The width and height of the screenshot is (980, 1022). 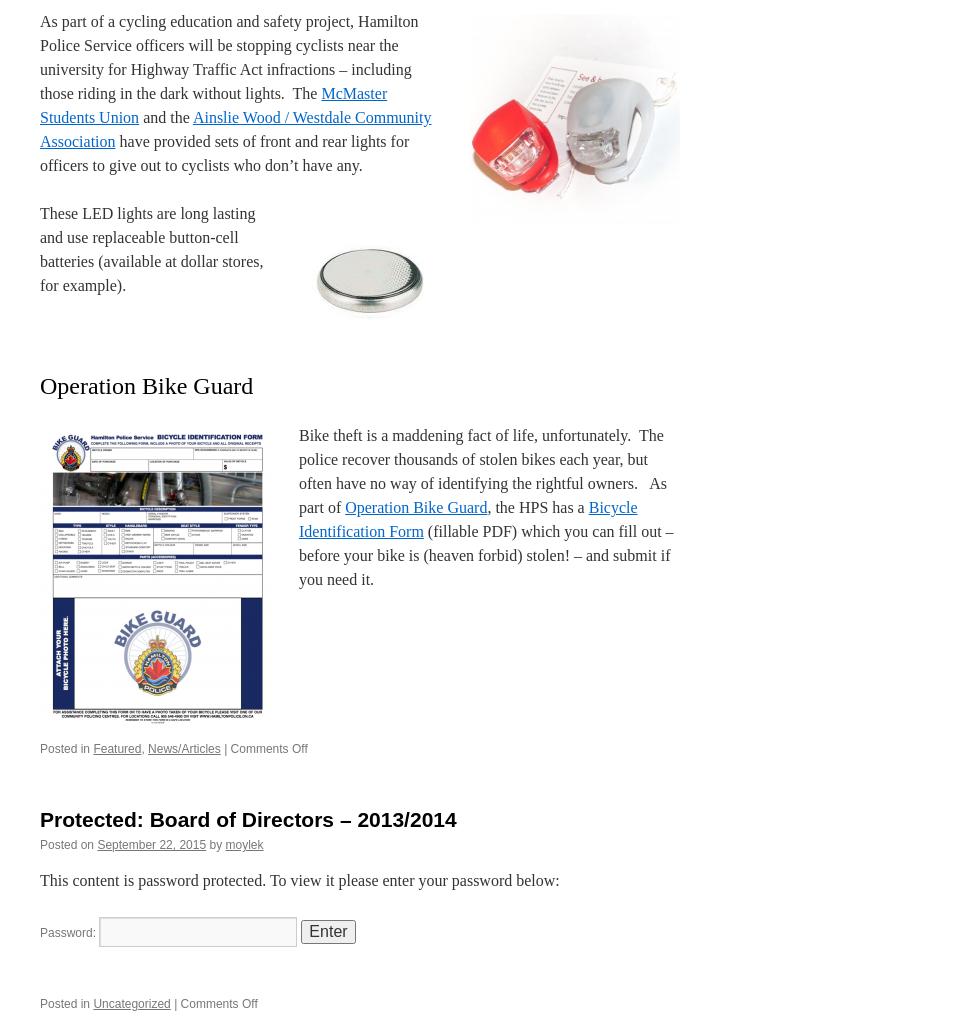 What do you see at coordinates (69, 932) in the screenshot?
I see `'Password:'` at bounding box center [69, 932].